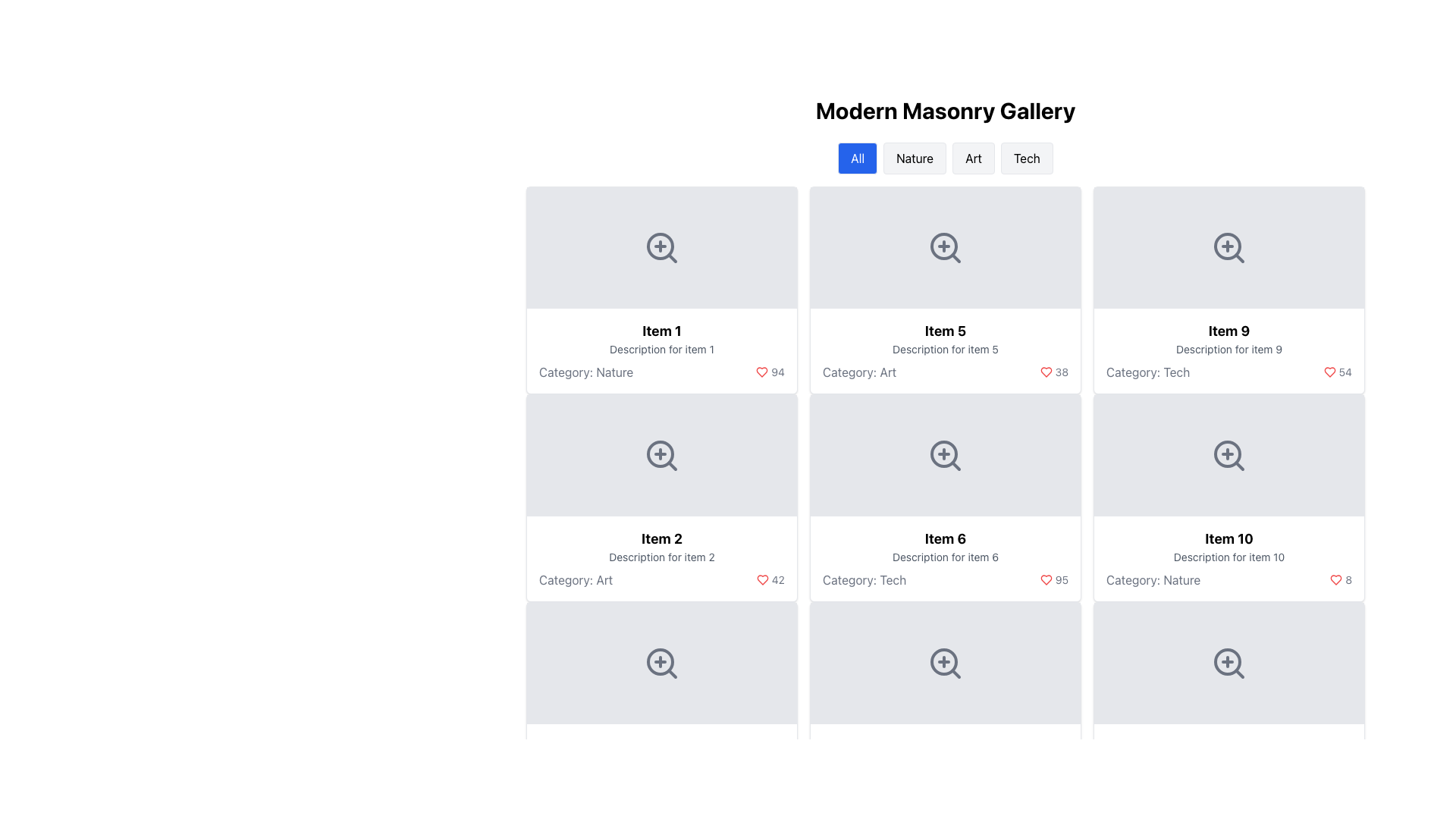 The height and width of the screenshot is (819, 1456). What do you see at coordinates (1229, 290) in the screenshot?
I see `the Card component displaying details about 'Item 9' in the third column and first row of the grid layout under 'Modern Masonry Gallery'` at bounding box center [1229, 290].